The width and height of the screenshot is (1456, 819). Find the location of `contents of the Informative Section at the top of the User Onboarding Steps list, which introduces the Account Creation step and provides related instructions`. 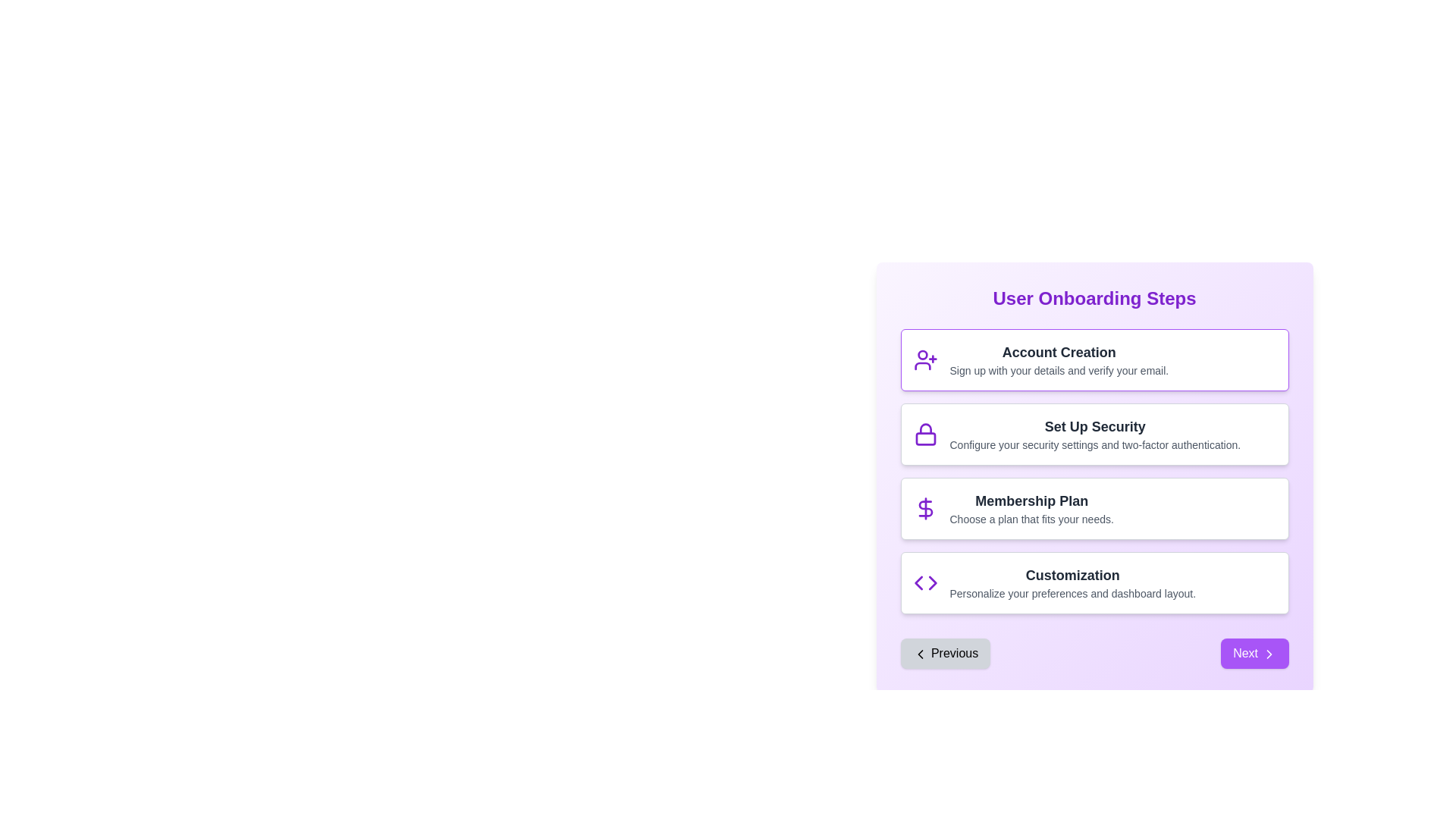

contents of the Informative Section at the top of the User Onboarding Steps list, which introduces the Account Creation step and provides related instructions is located at coordinates (1094, 359).